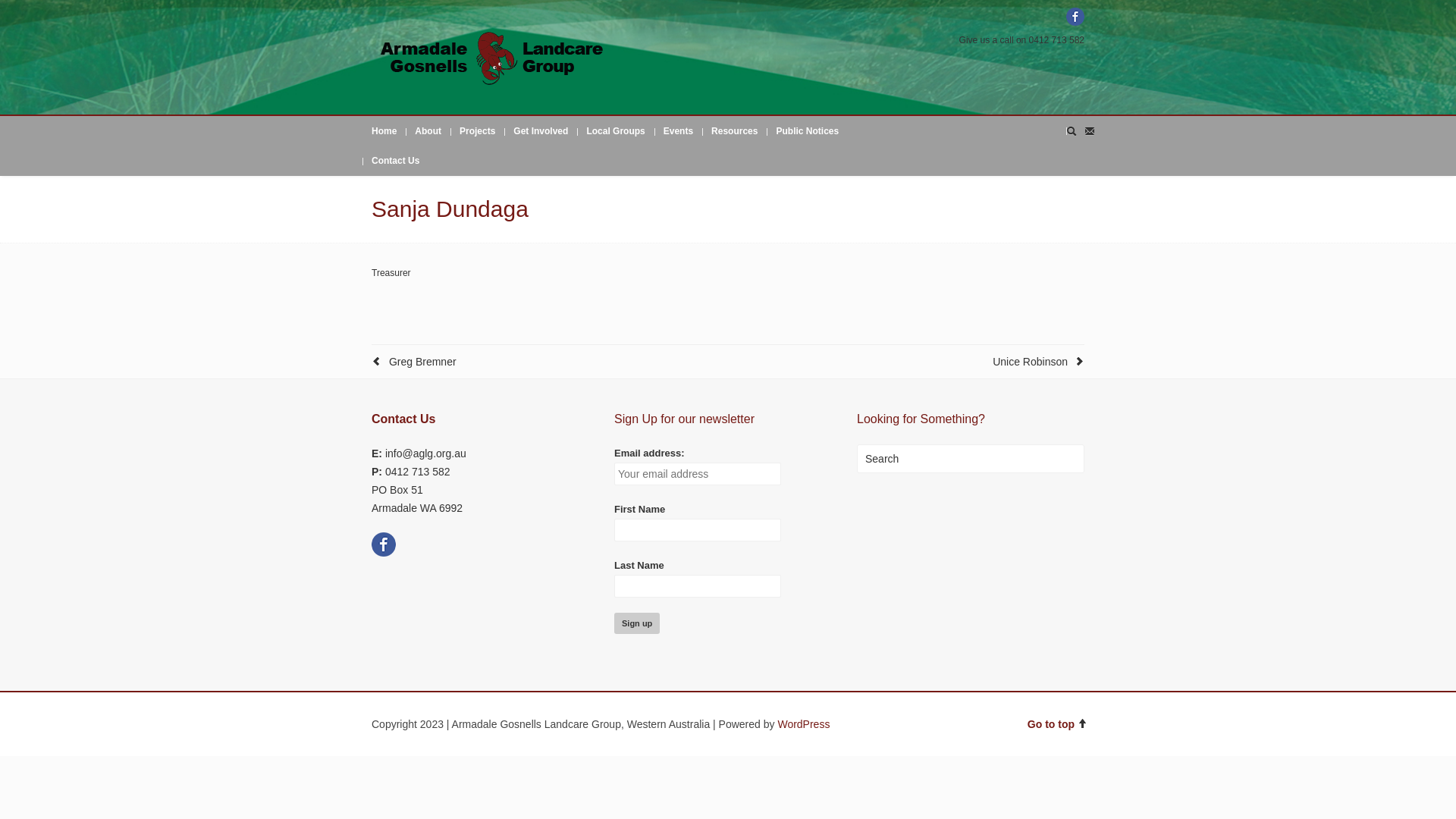 This screenshot has width=1456, height=819. Describe the element at coordinates (734, 130) in the screenshot. I see `'Resources'` at that location.